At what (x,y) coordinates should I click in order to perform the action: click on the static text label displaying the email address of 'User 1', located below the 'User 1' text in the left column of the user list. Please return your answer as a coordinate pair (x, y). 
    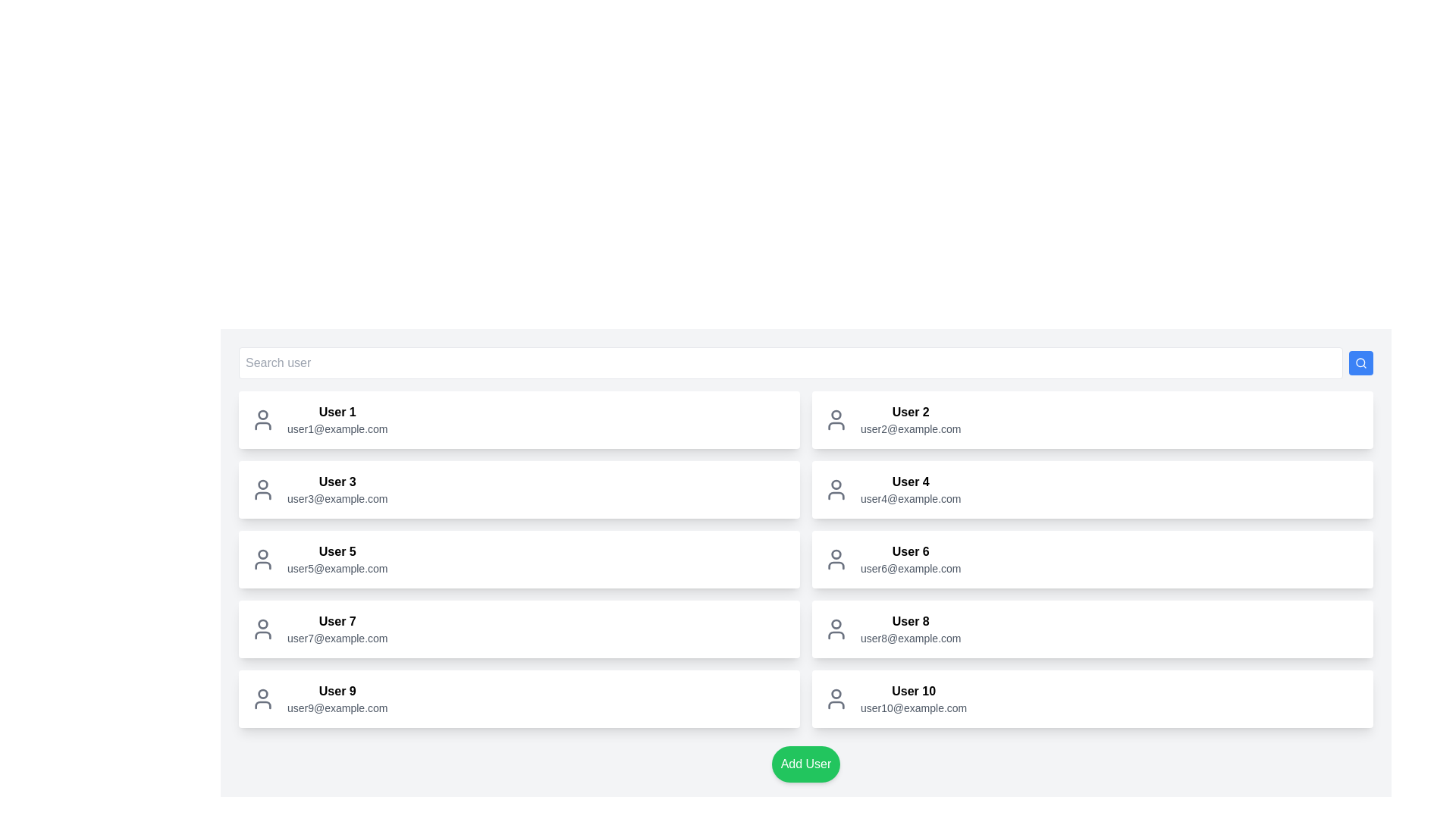
    Looking at the image, I should click on (337, 429).